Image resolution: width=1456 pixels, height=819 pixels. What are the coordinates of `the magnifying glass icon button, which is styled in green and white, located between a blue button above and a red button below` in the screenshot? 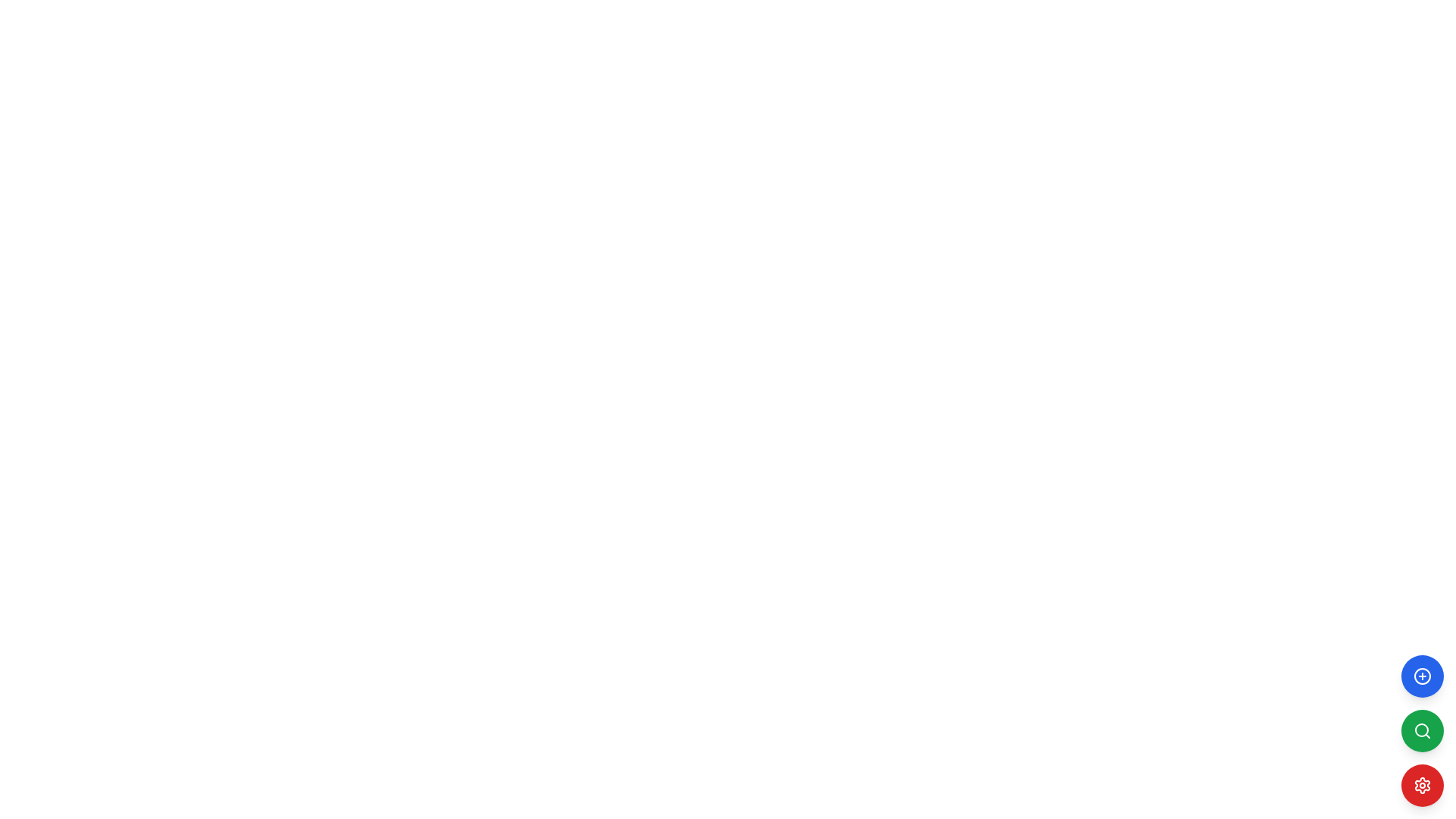 It's located at (1422, 730).